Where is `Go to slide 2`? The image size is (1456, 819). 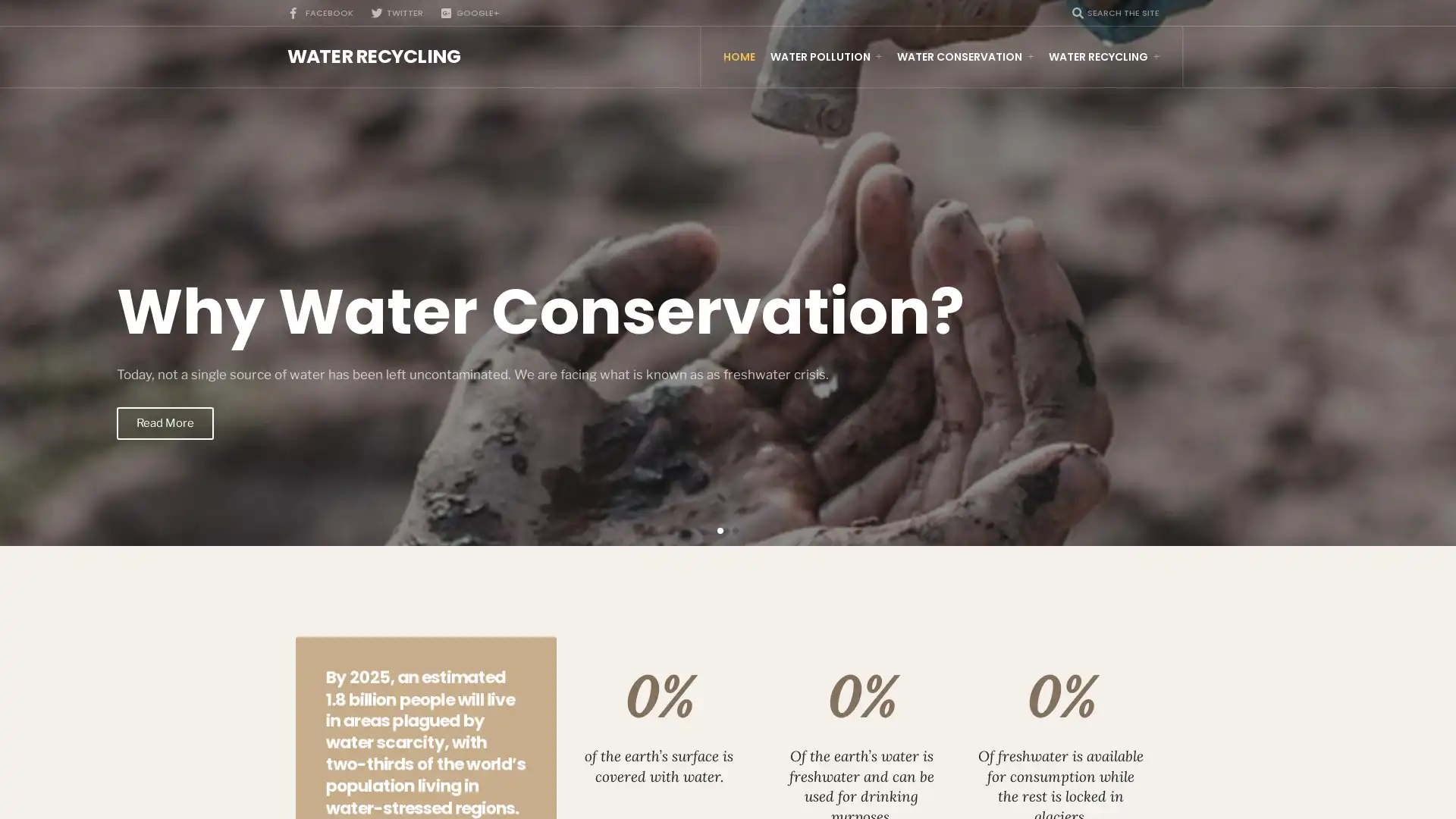
Go to slide 2 is located at coordinates (735, 529).